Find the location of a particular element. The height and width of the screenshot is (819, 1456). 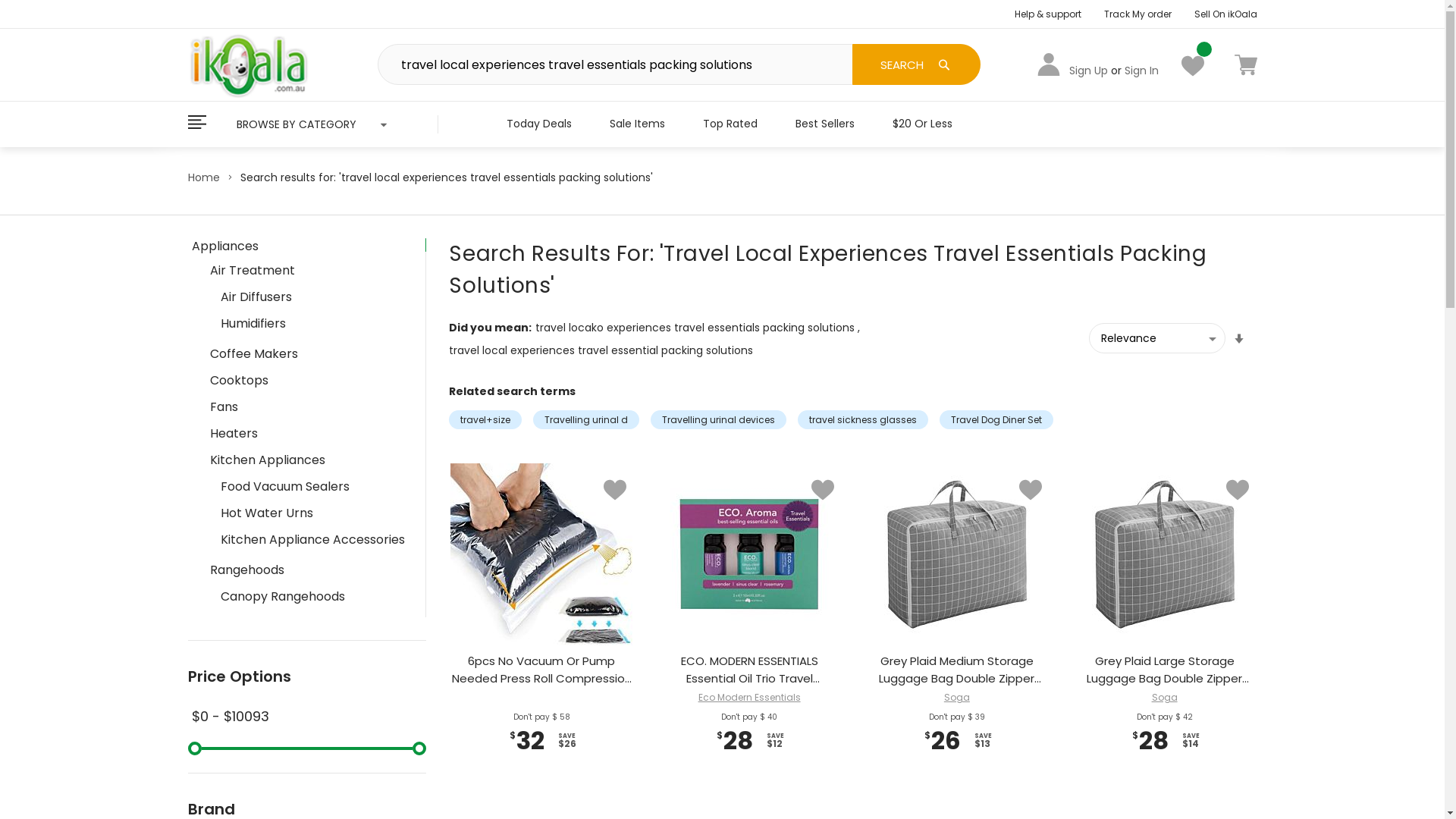

'Sell On ikOala' is located at coordinates (1225, 14).